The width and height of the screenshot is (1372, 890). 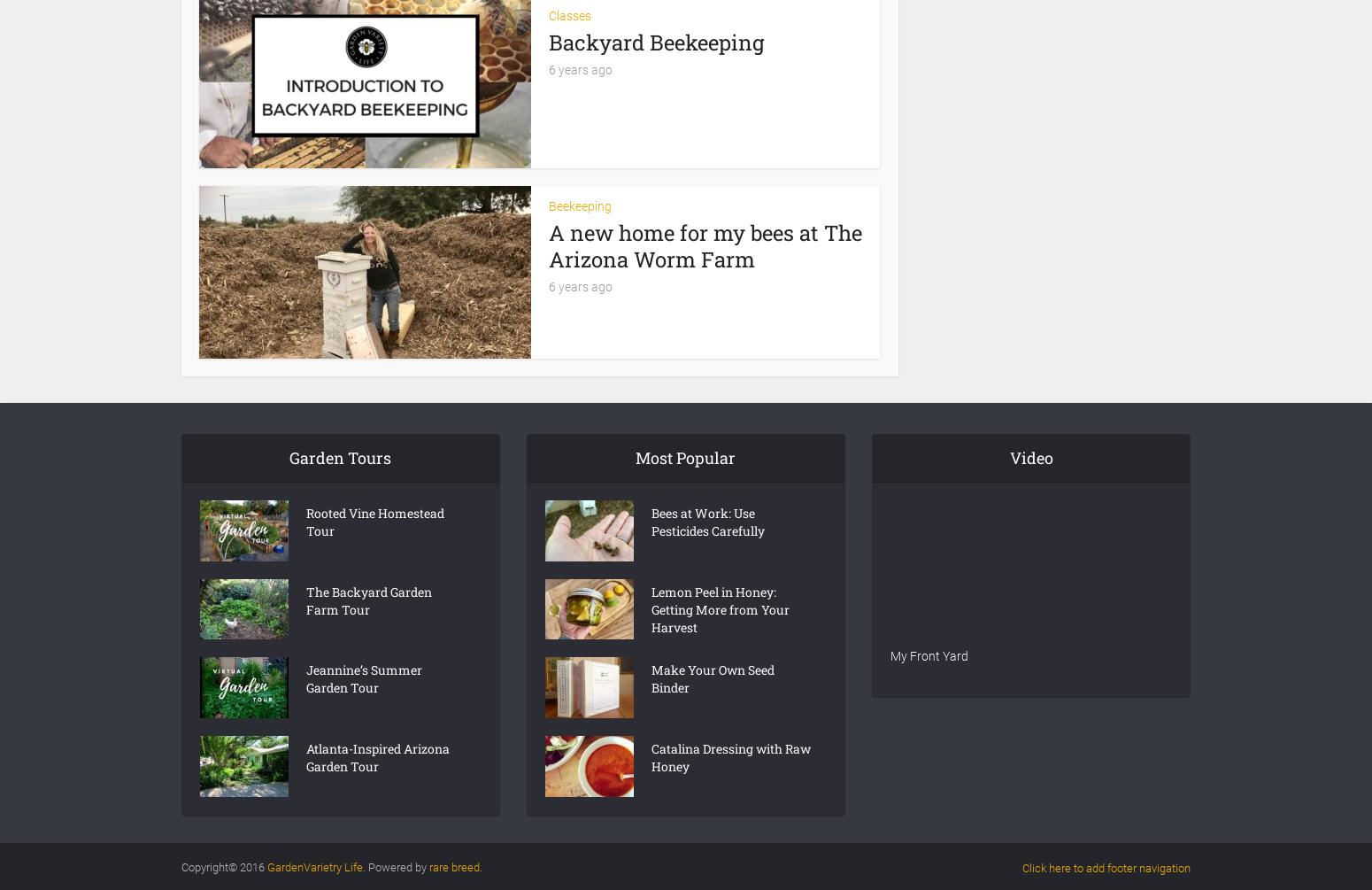 I want to click on 'rare breed', so click(x=453, y=866).